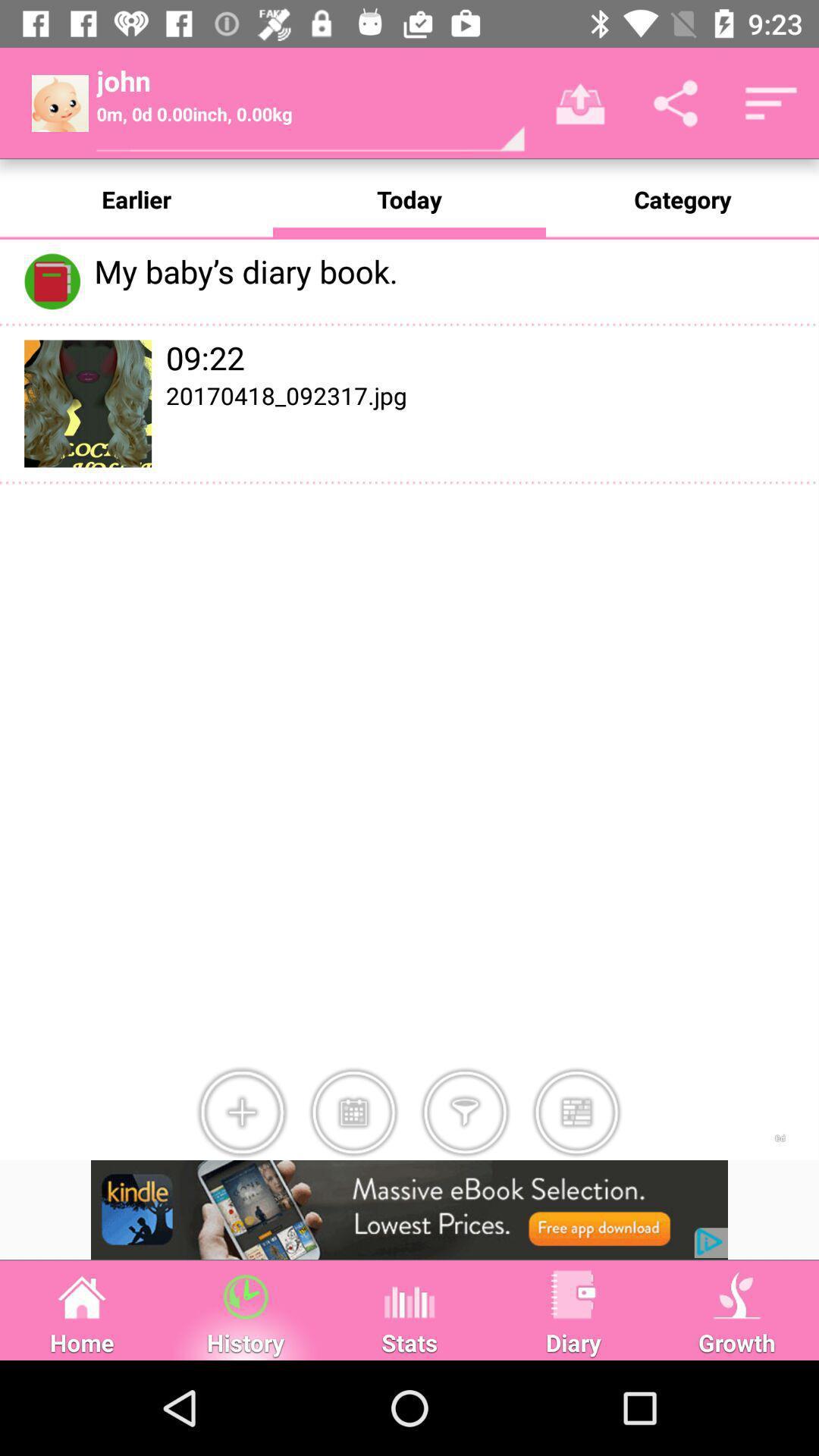  Describe the element at coordinates (52, 281) in the screenshot. I see `take the icon left to my babys` at that location.